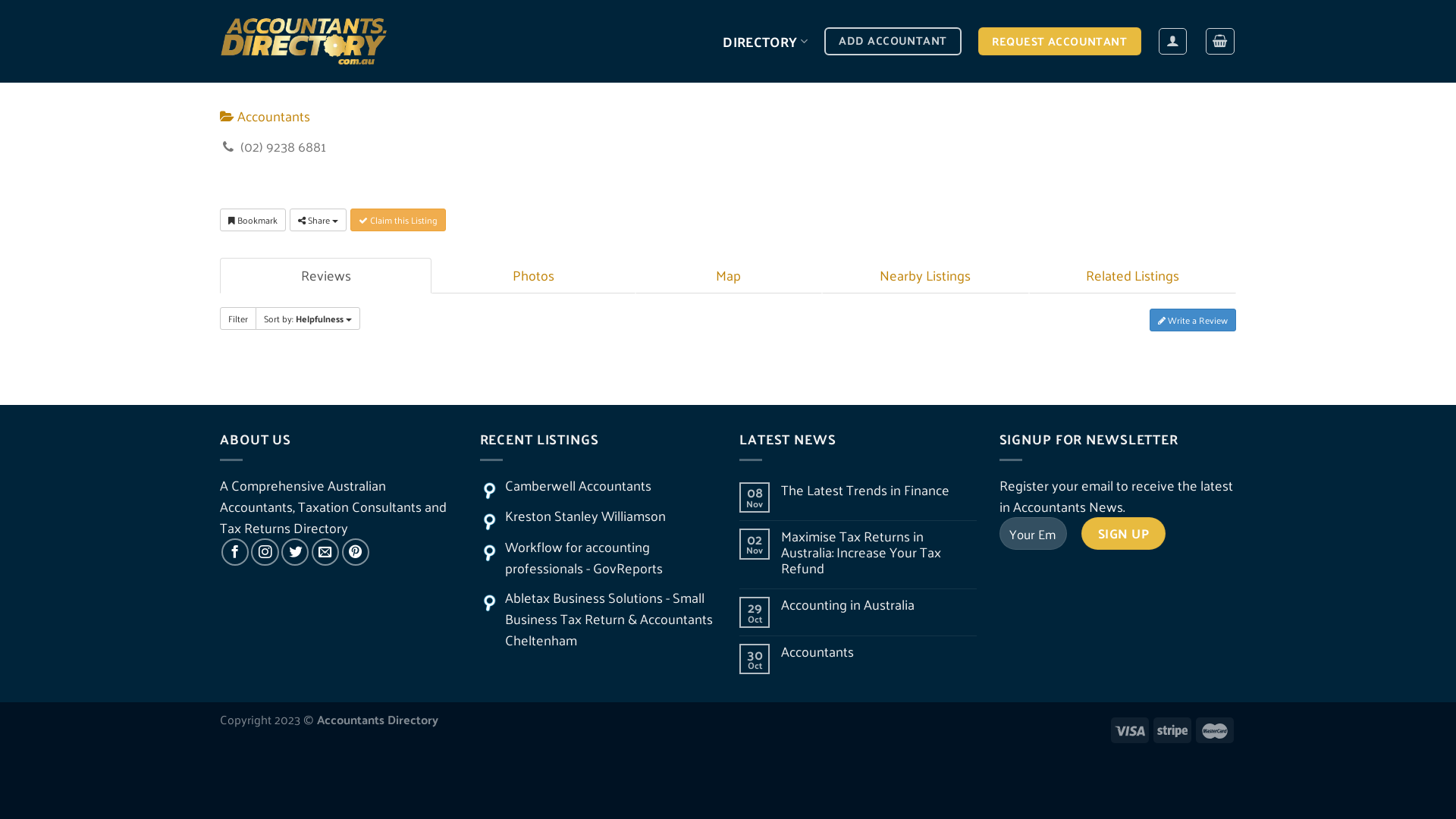 The height and width of the screenshot is (819, 1456). I want to click on 'Follow on Instagram', so click(265, 552).